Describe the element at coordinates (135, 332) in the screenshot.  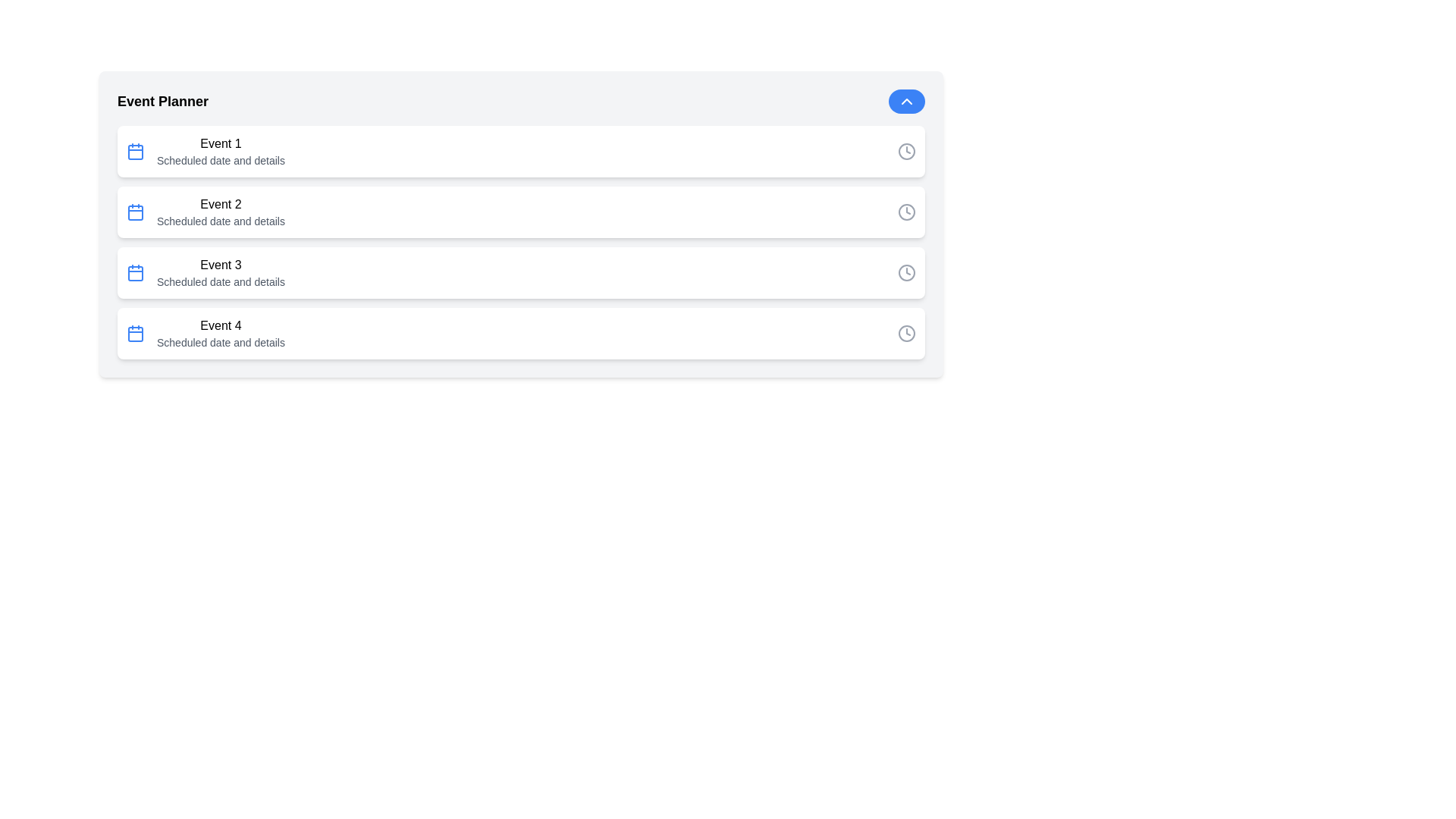
I see `the calendar icon located at the leftmost part of the 'Event 4' card, which is the fourth entry in the list beneath 'Event Planner'` at that location.